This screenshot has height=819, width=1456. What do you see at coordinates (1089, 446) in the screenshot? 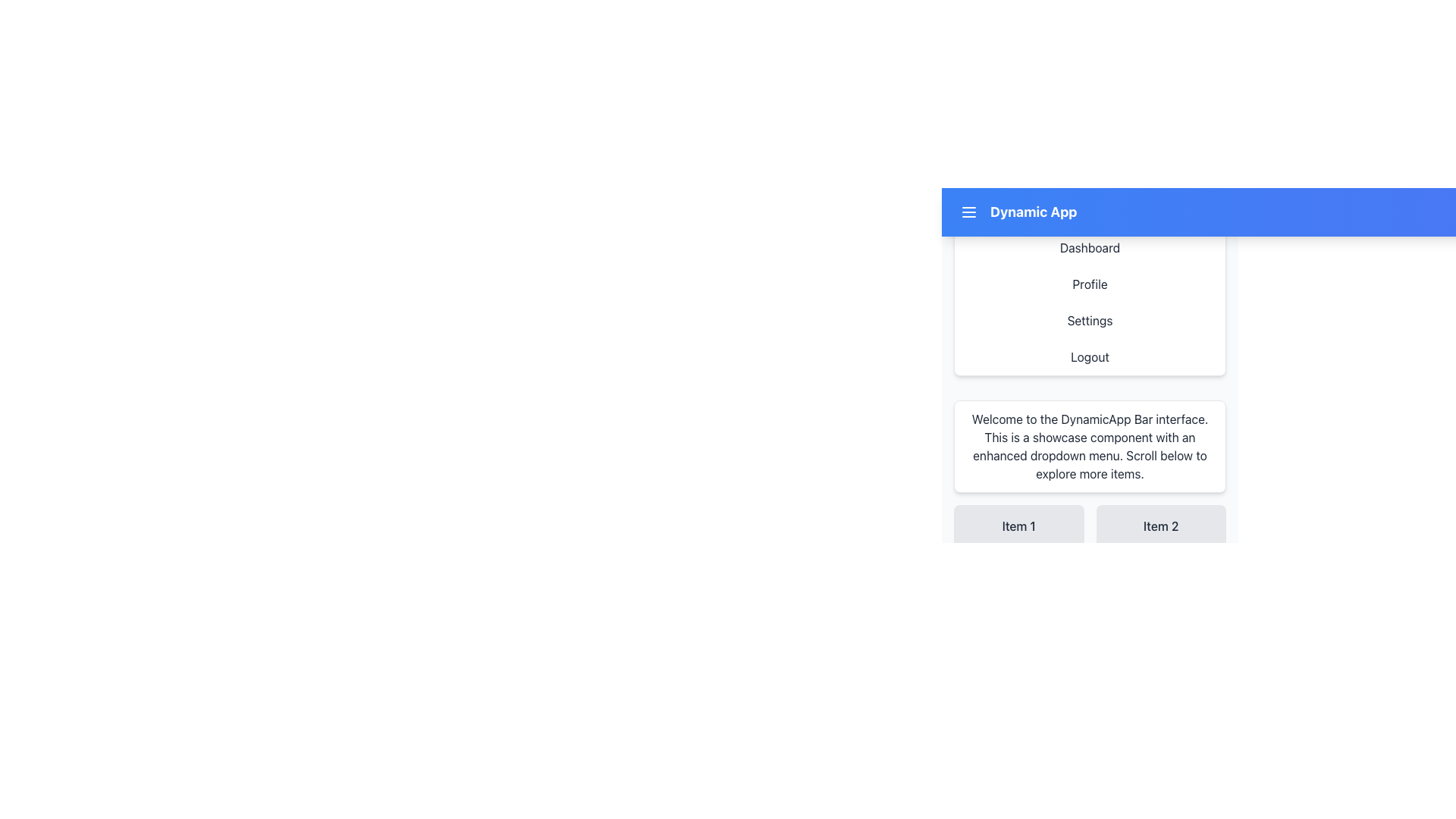
I see `informational text block located centrally below the dropdown menu and above the 'Item 1' and 'Item 2' buttons` at bounding box center [1089, 446].